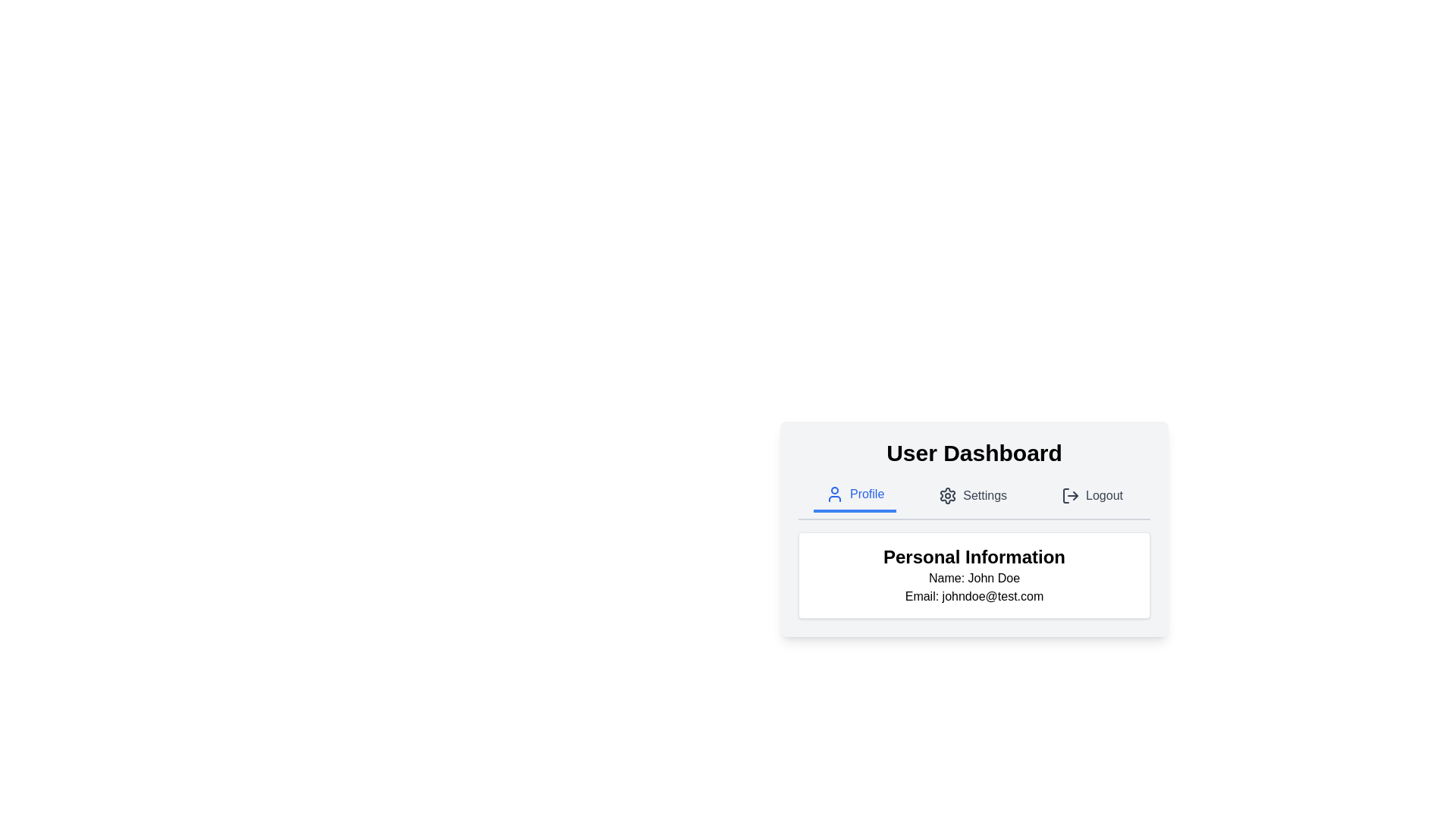 The image size is (1456, 819). I want to click on the profile icon located in the top-left corner of the 'Profile' navigation tab, which indicates the current active tab, so click(833, 494).